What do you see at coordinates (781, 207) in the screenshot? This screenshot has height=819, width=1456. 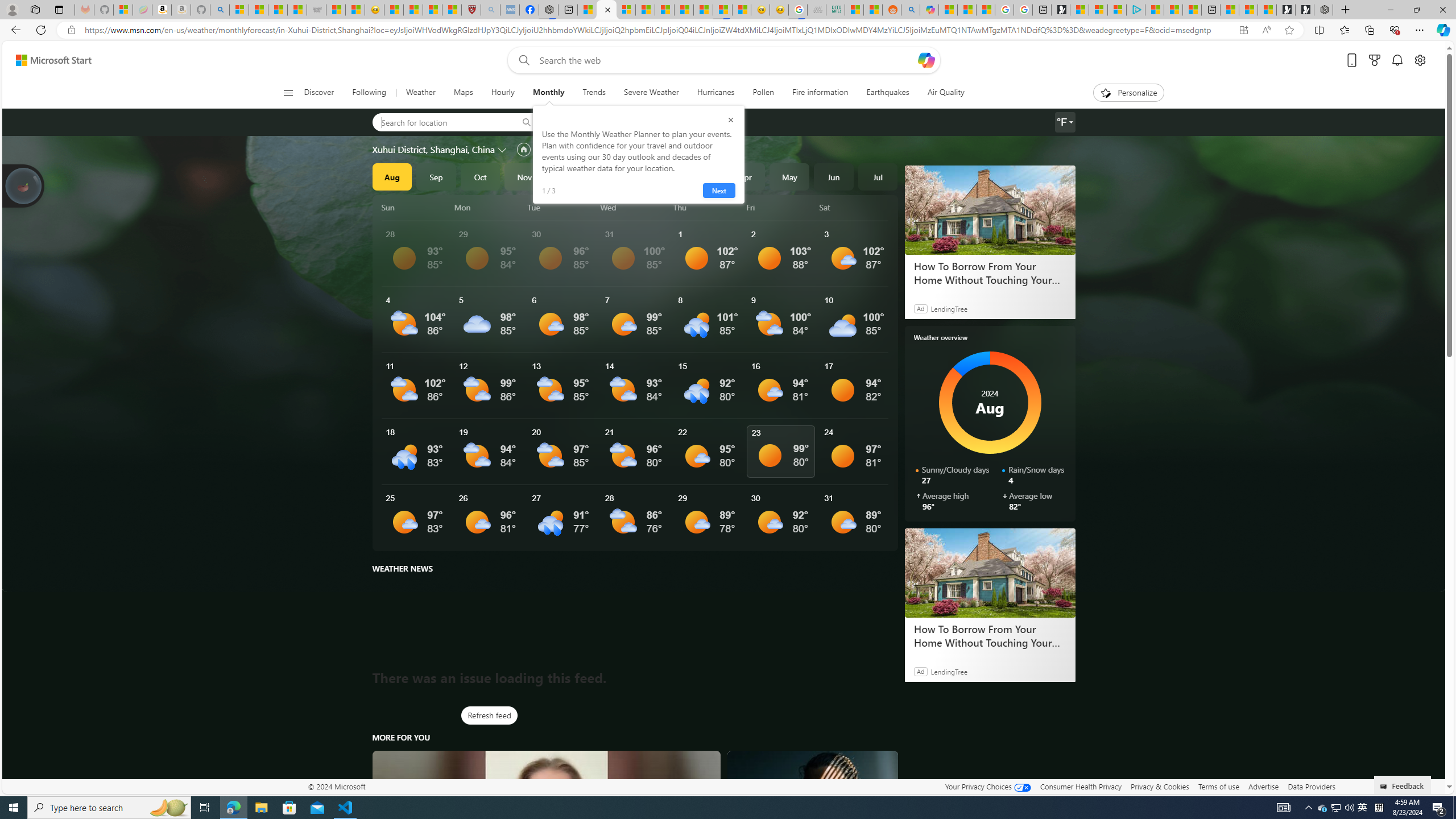 I see `'Fri'` at bounding box center [781, 207].